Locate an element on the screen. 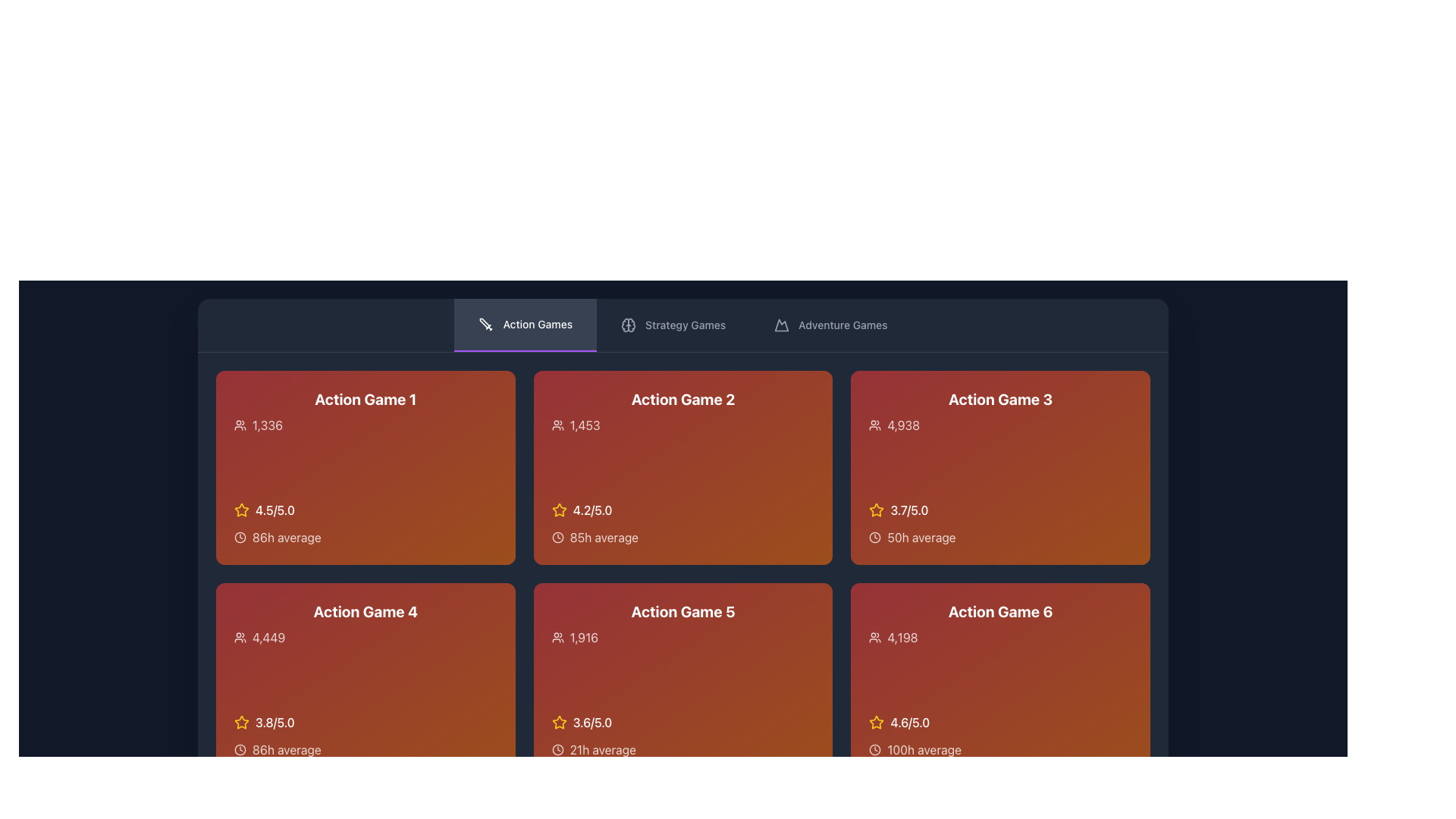  the text label indicating the number of users or interactions associated with 'Action Game 6', located in the lower-right corner of the grid is located at coordinates (902, 637).